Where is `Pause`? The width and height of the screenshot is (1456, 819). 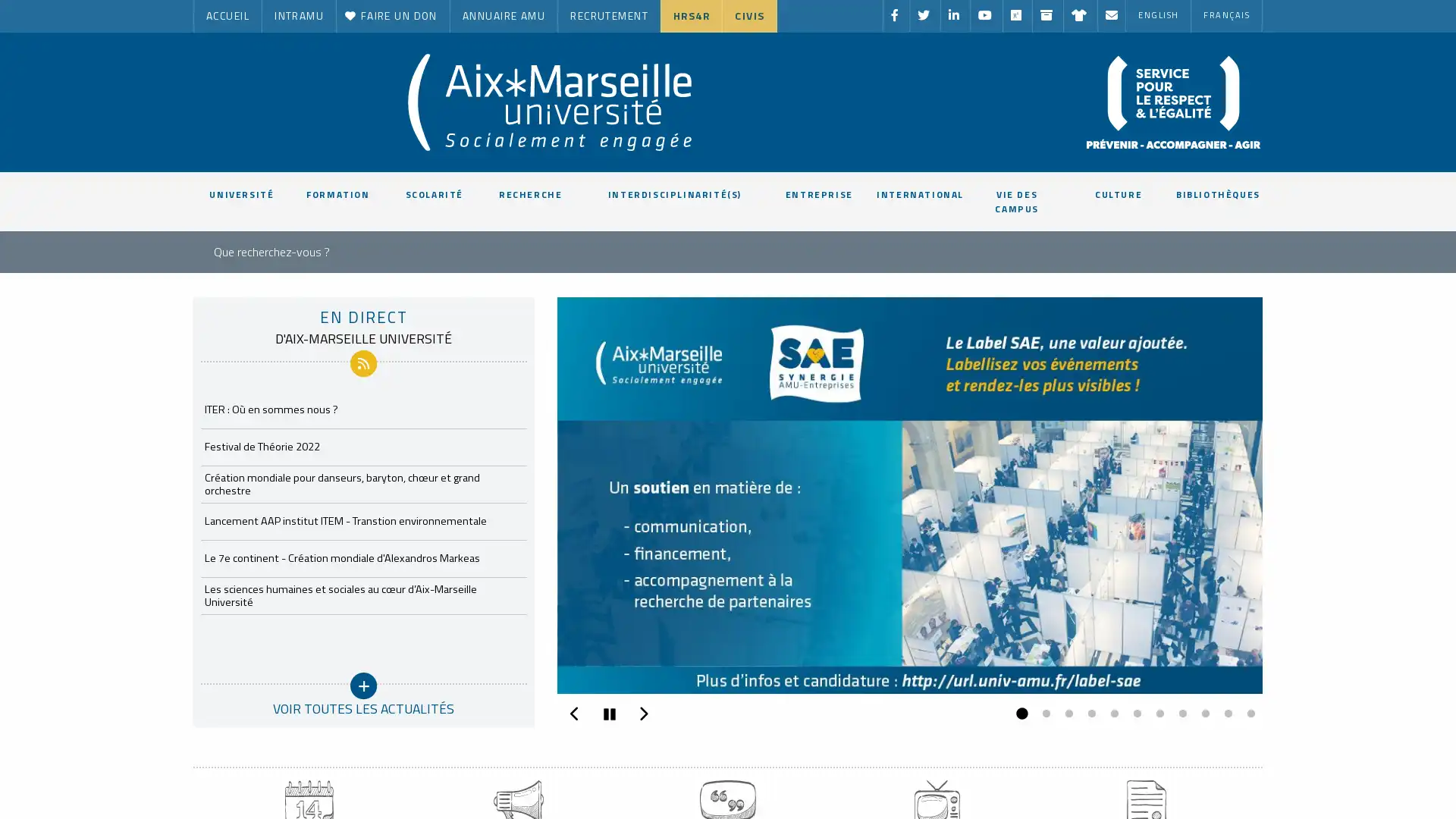
Pause is located at coordinates (608, 714).